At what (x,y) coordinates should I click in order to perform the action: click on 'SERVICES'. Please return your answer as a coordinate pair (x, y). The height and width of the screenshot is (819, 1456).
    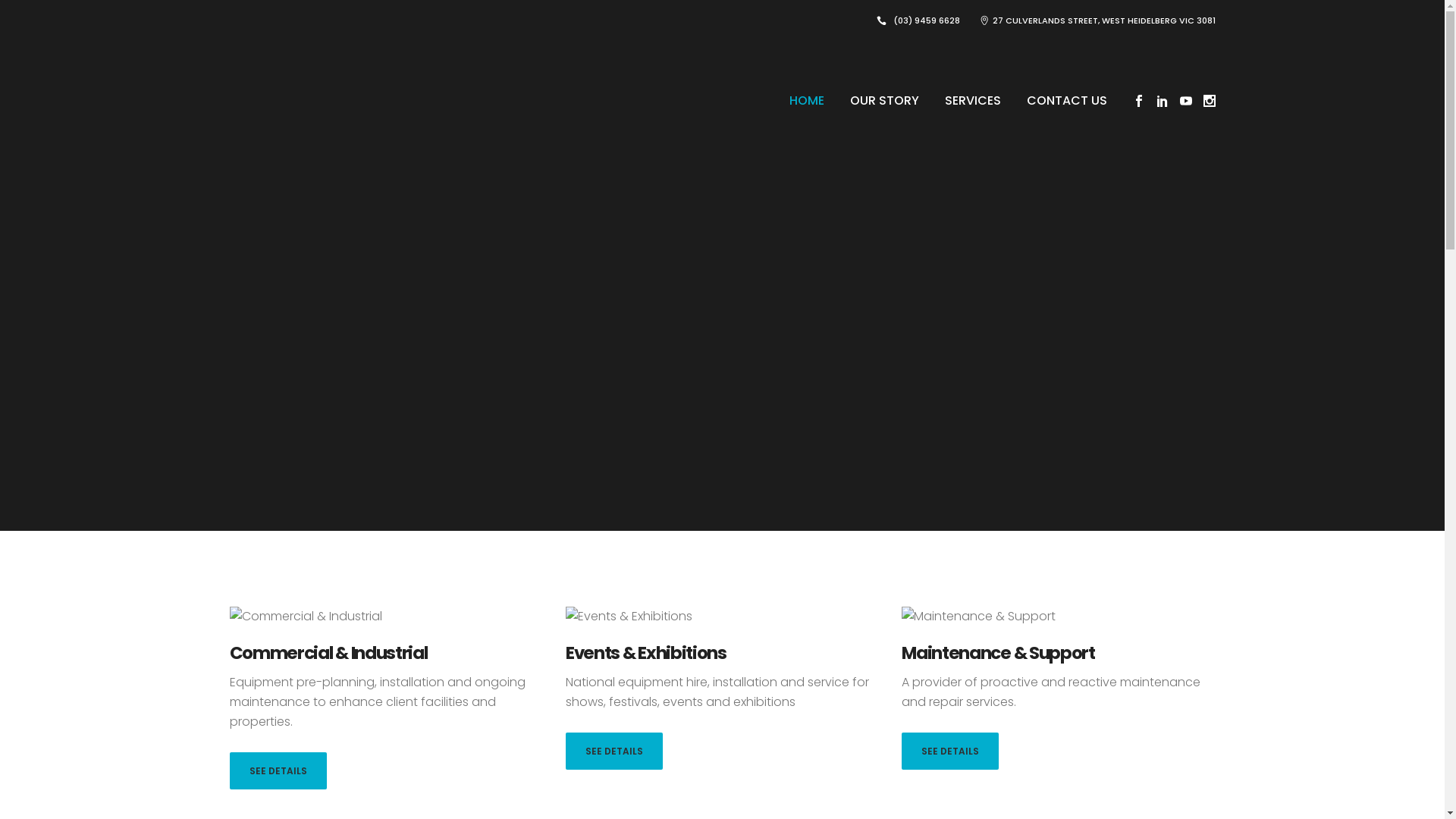
    Looking at the image, I should click on (971, 100).